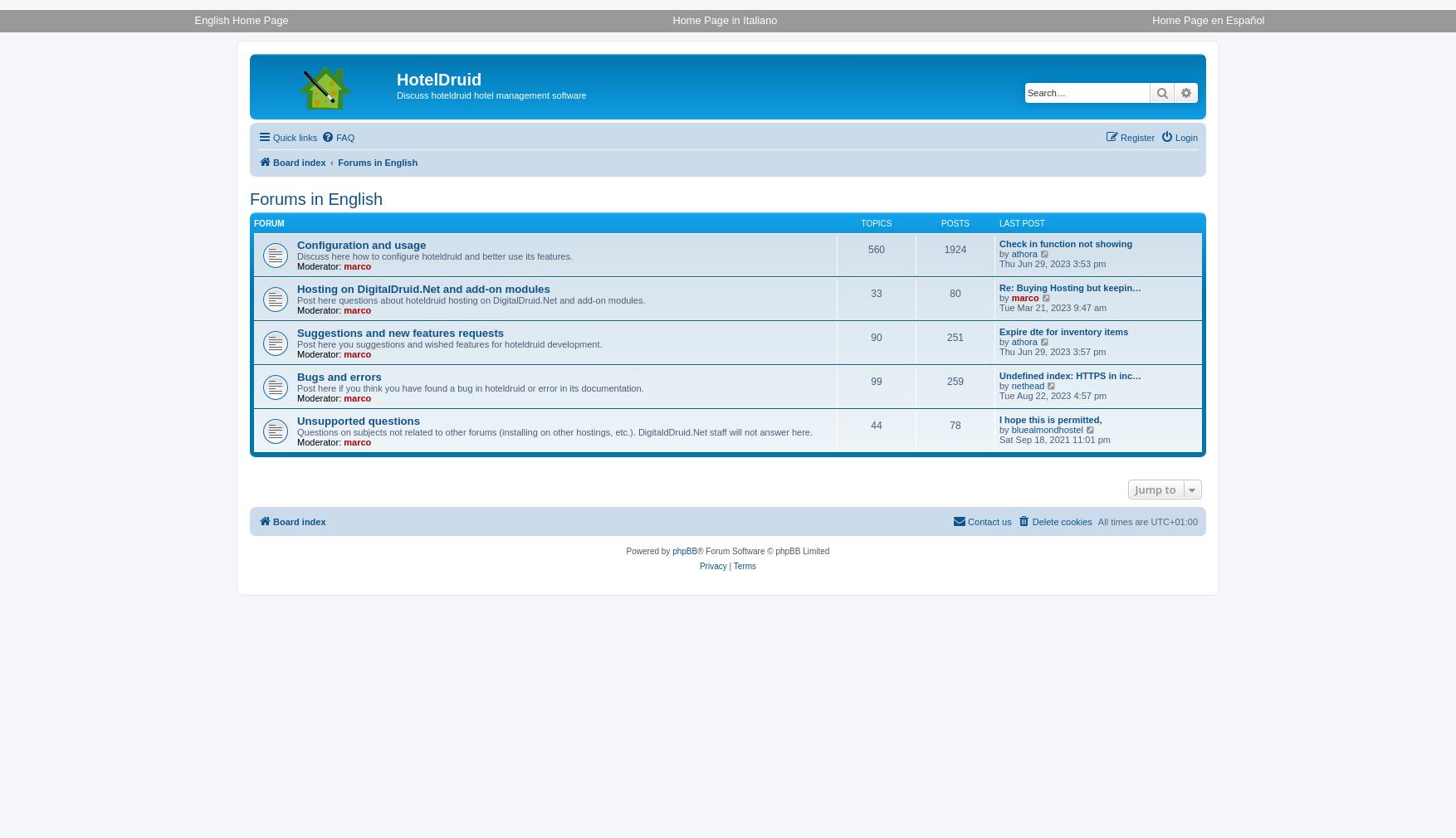 This screenshot has width=1456, height=838. Describe the element at coordinates (335, 136) in the screenshot. I see `'FAQ'` at that location.